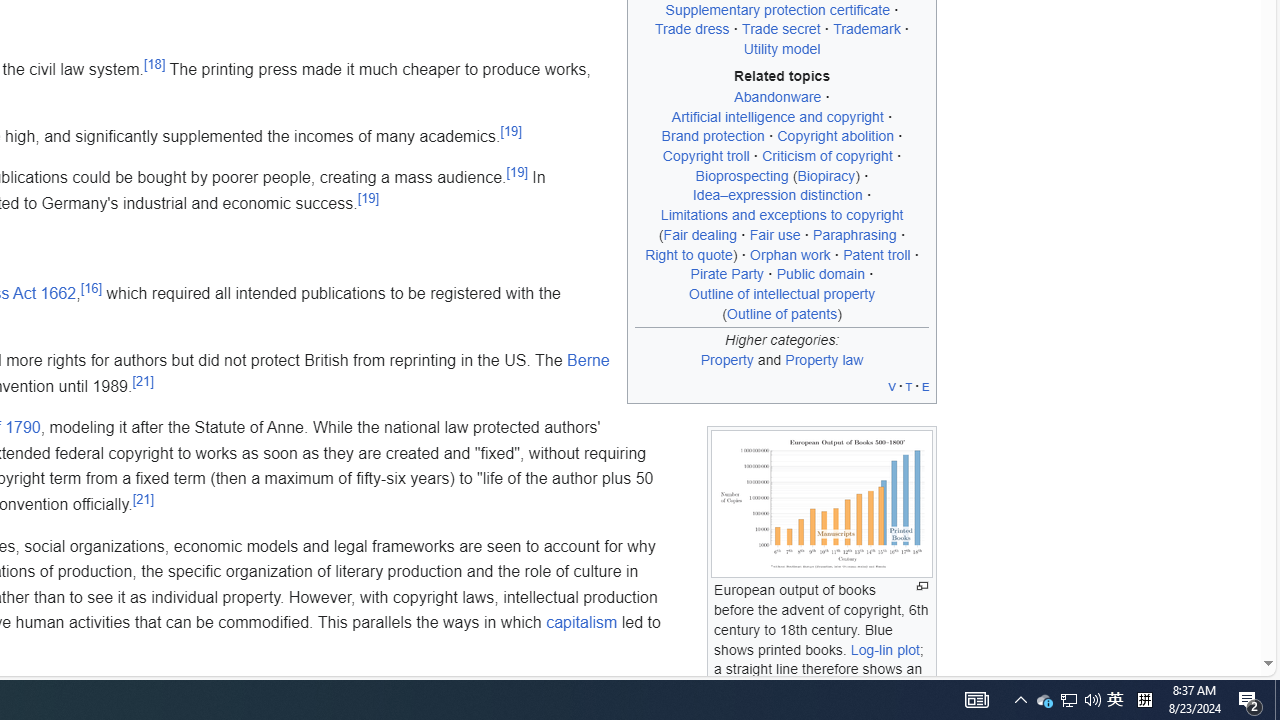 This screenshot has height=720, width=1280. Describe the element at coordinates (827, 155) in the screenshot. I see `'Criticism of copyright'` at that location.